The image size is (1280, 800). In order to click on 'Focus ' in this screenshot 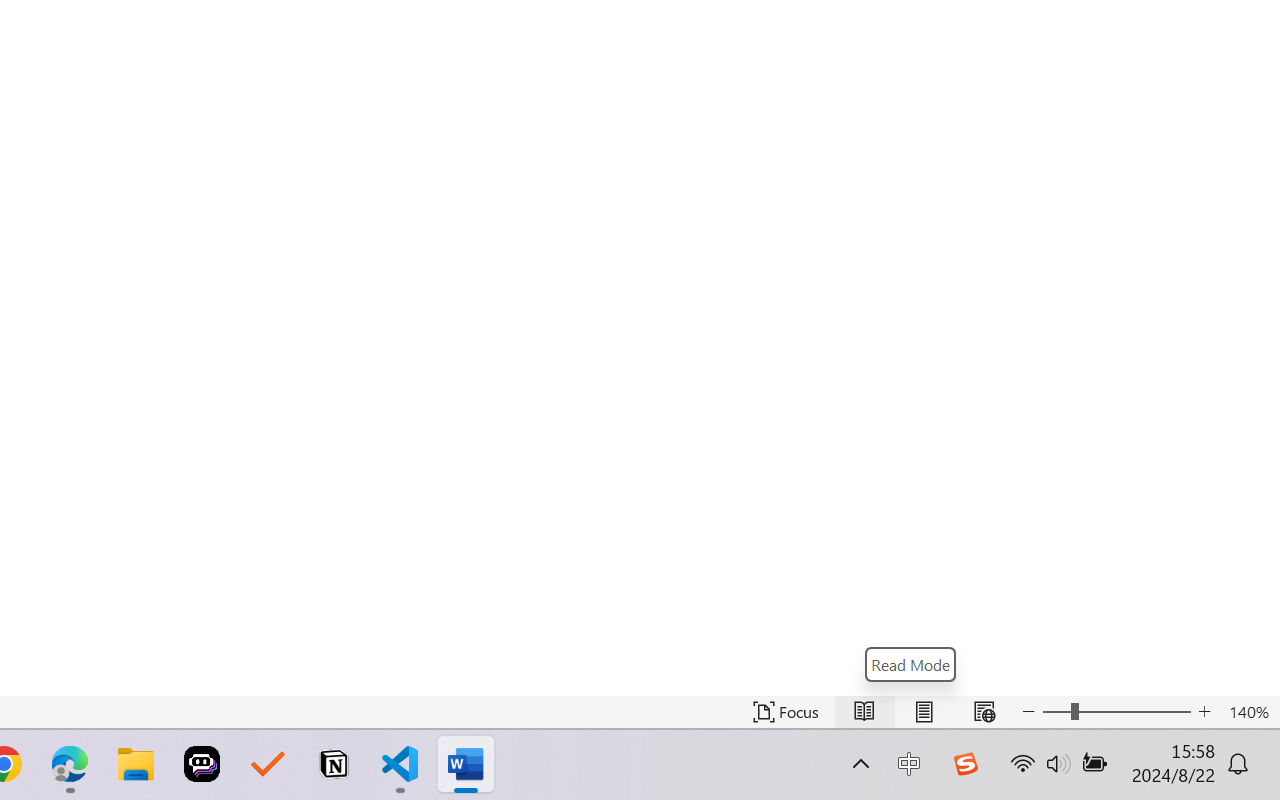, I will do `click(785, 711)`.